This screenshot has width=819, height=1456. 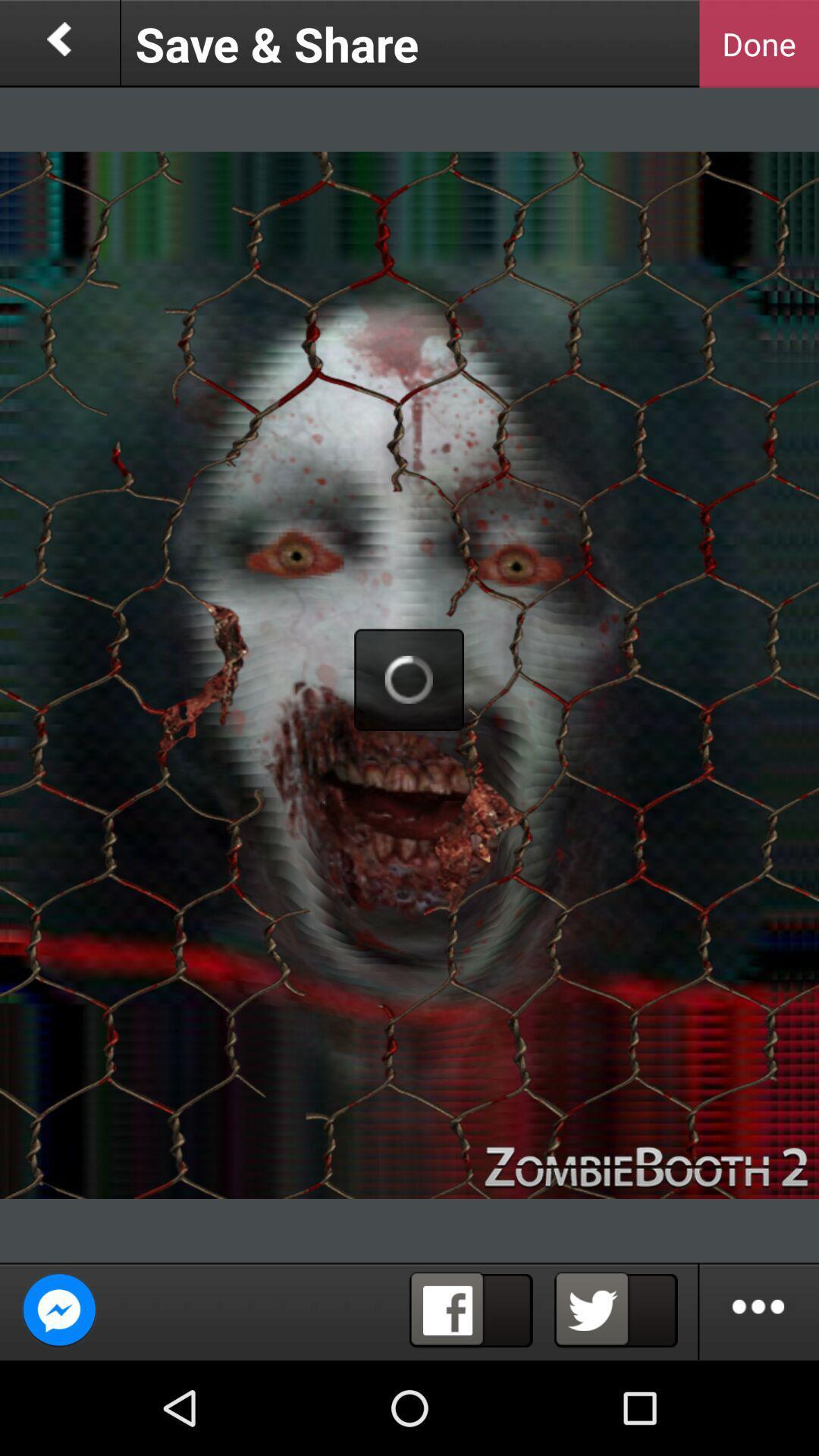 I want to click on go back, so click(x=58, y=43).